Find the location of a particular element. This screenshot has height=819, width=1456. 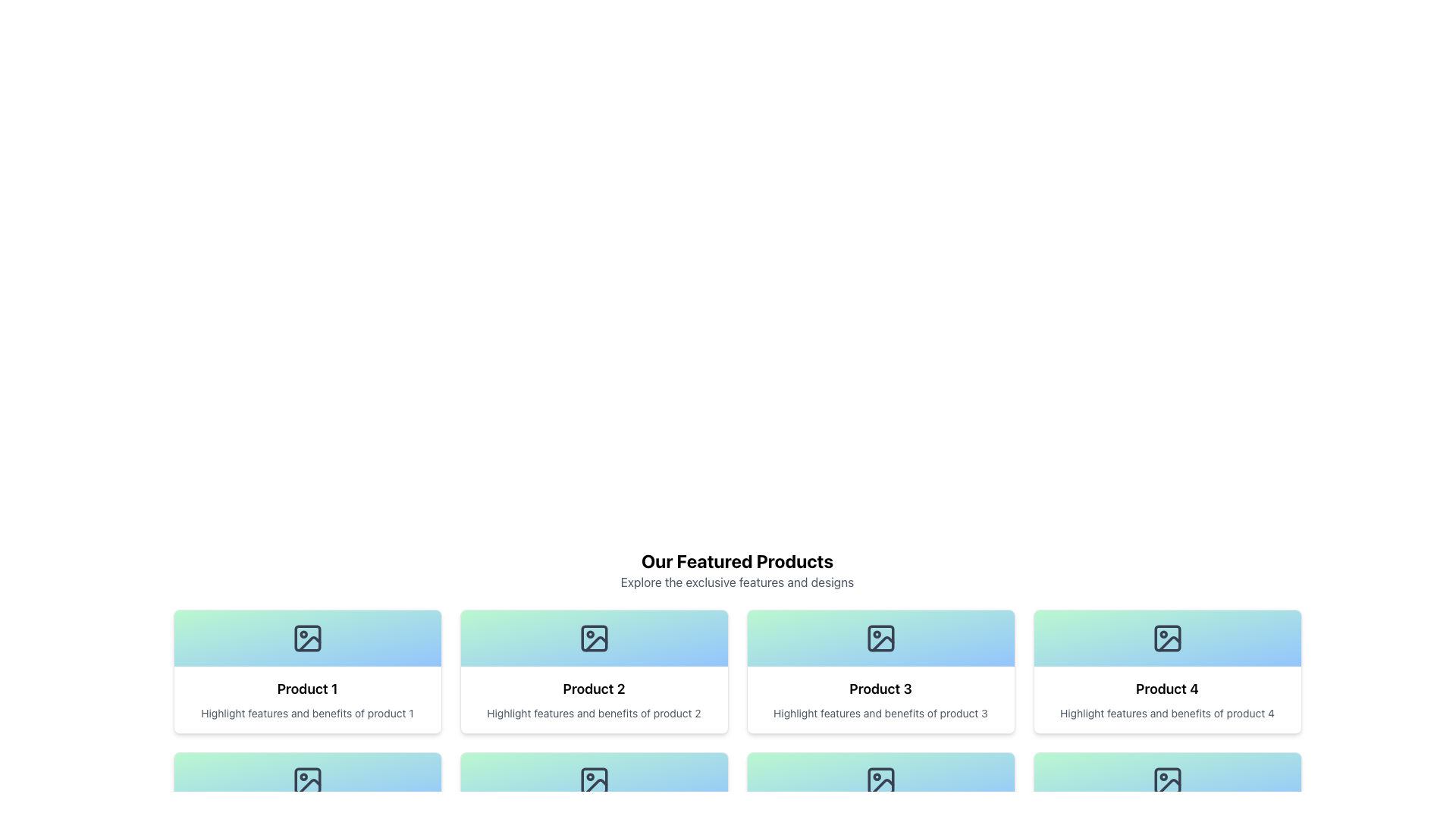

descriptive subtitle text for 'Product 4' located in the card at the top-right corner of the grid layout, positioned as the second line of text beneath the title 'Product 4' is located at coordinates (1166, 714).